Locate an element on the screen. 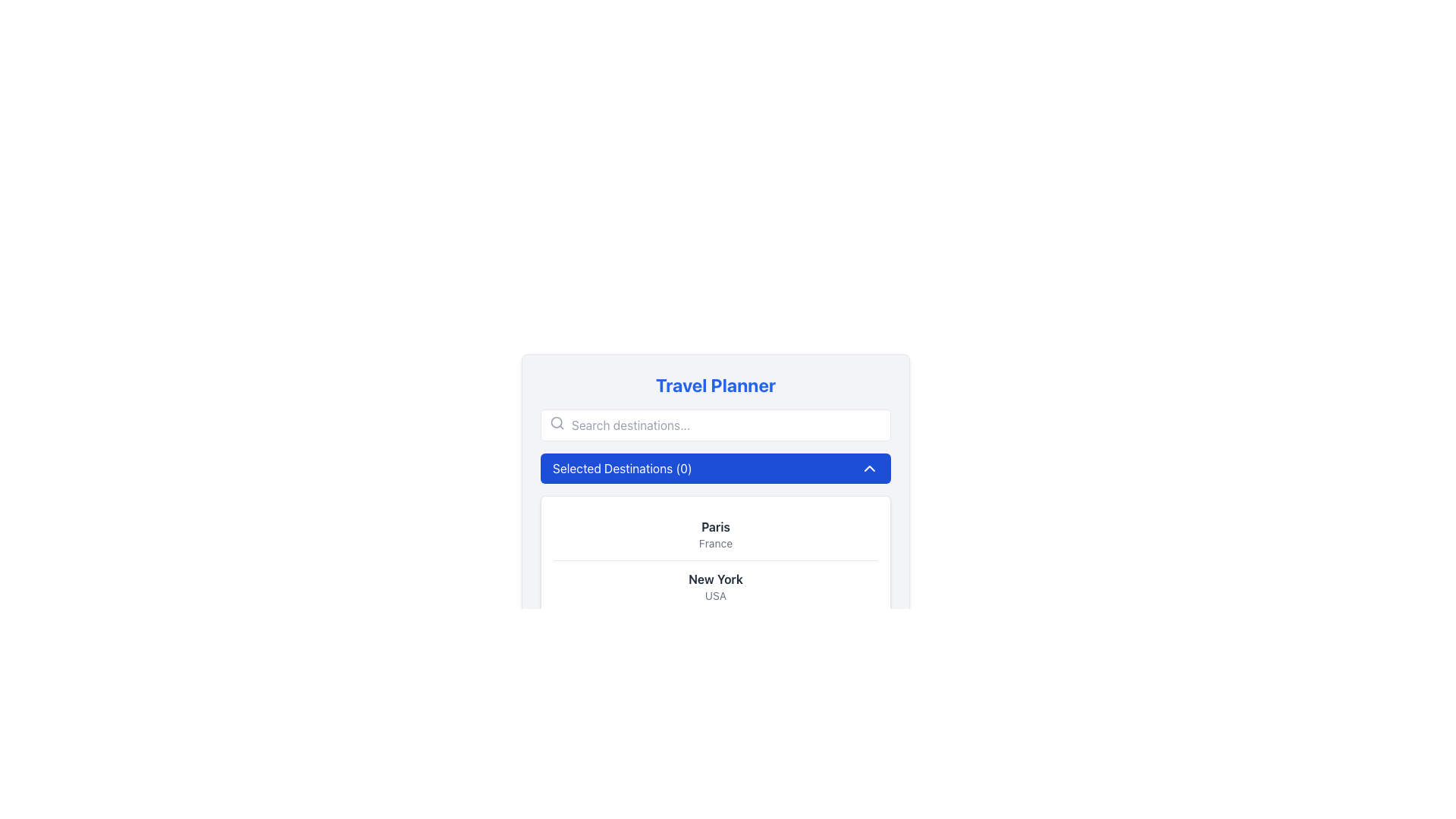  the text label displaying 'France' which is located in the 'Selected Destinations' section, directly below 'Paris' is located at coordinates (715, 543).